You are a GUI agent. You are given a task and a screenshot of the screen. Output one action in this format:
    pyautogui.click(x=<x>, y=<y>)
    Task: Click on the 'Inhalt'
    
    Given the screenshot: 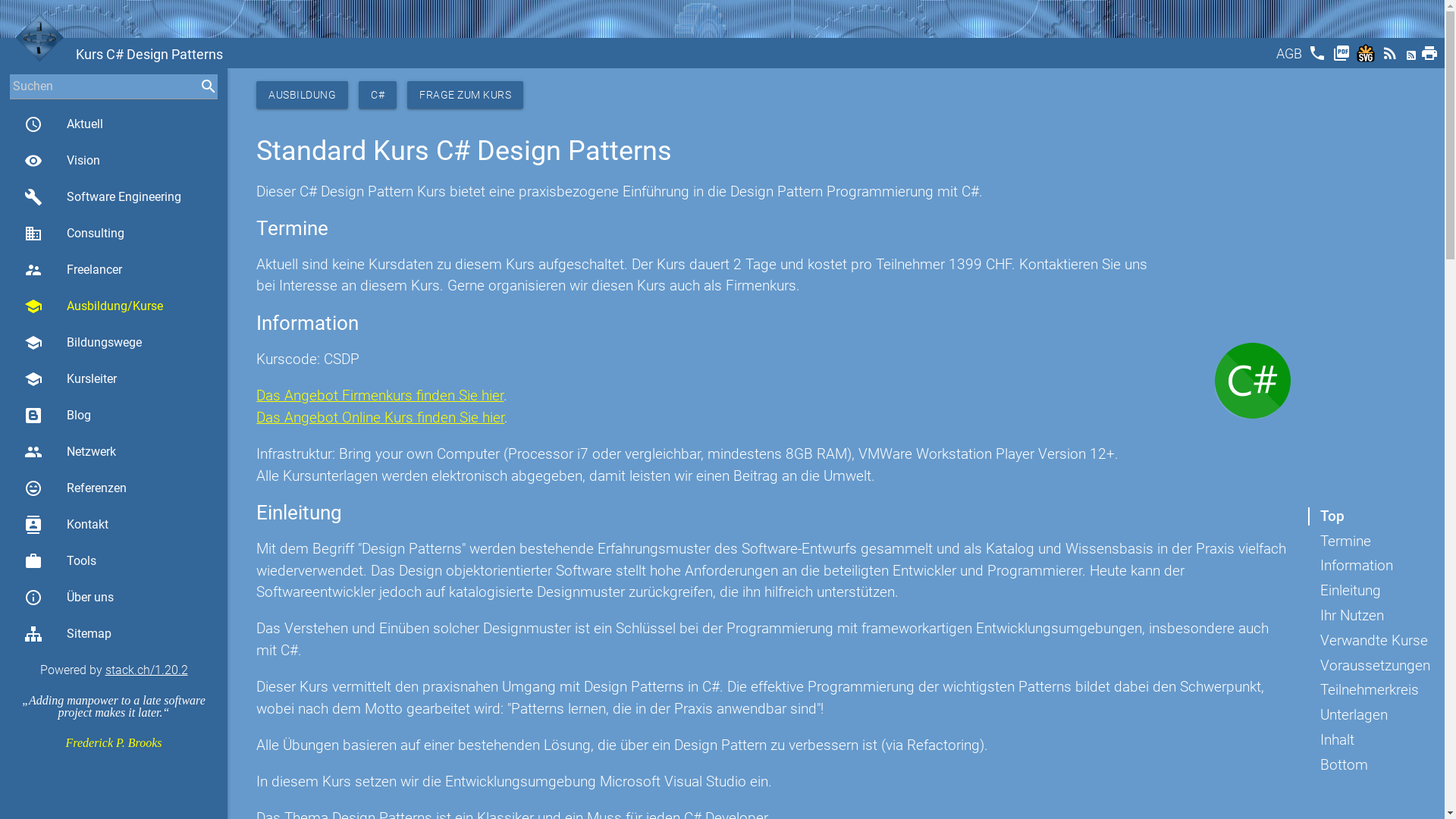 What is the action you would take?
    pyautogui.click(x=1330, y=739)
    